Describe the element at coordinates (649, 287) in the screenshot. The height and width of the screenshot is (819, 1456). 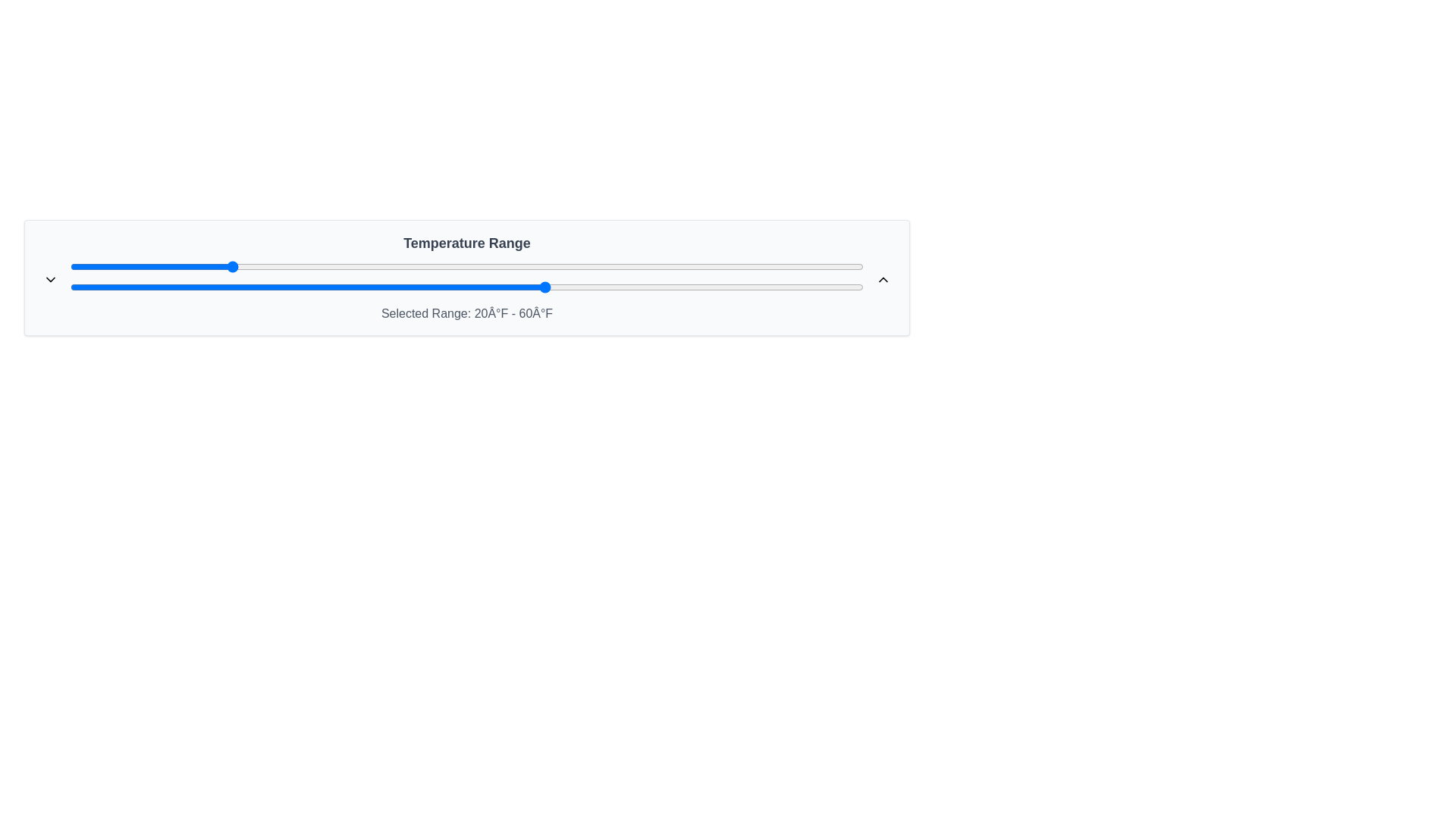
I see `the slider` at that location.